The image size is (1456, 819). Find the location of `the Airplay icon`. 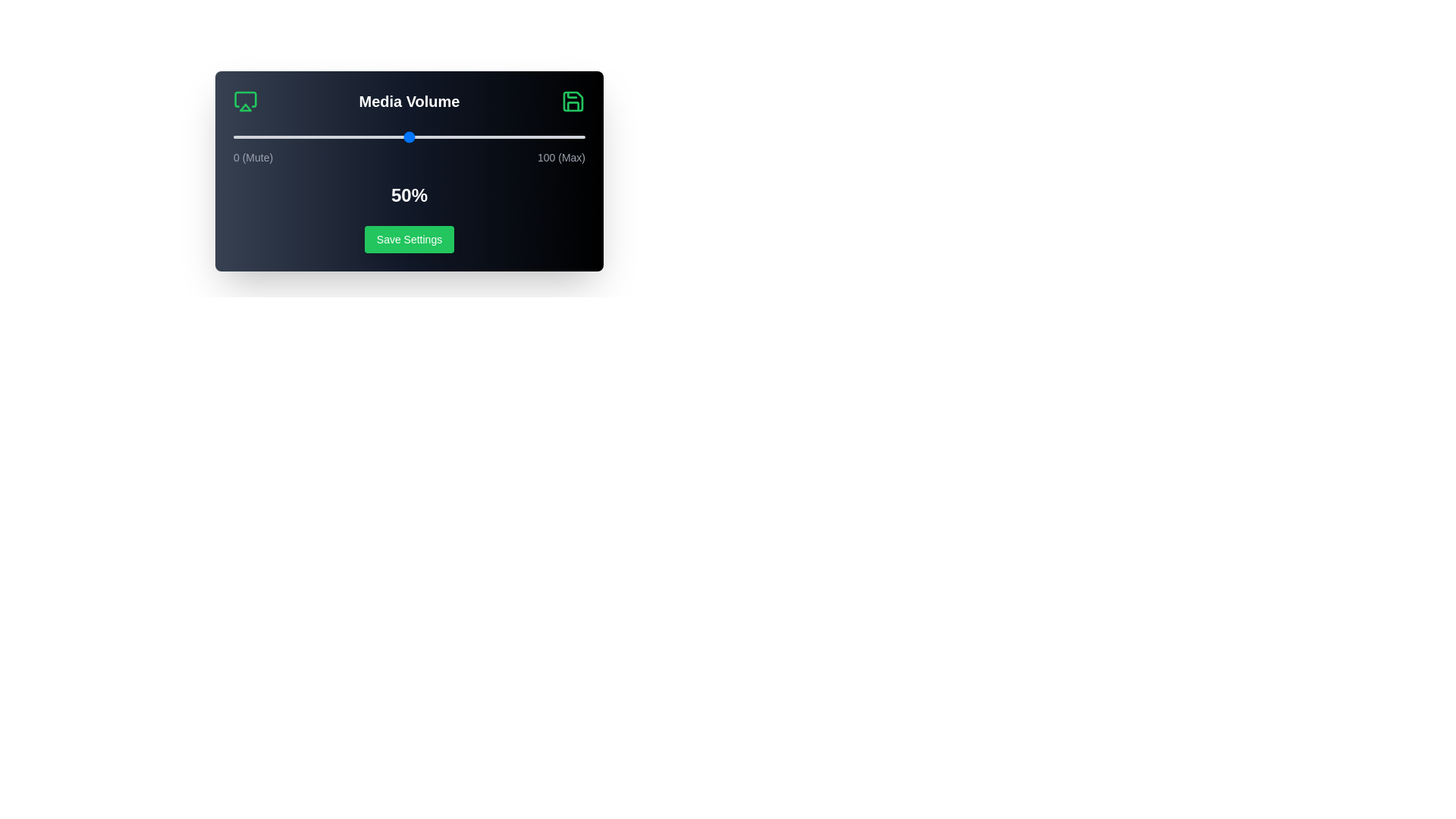

the Airplay icon is located at coordinates (246, 102).